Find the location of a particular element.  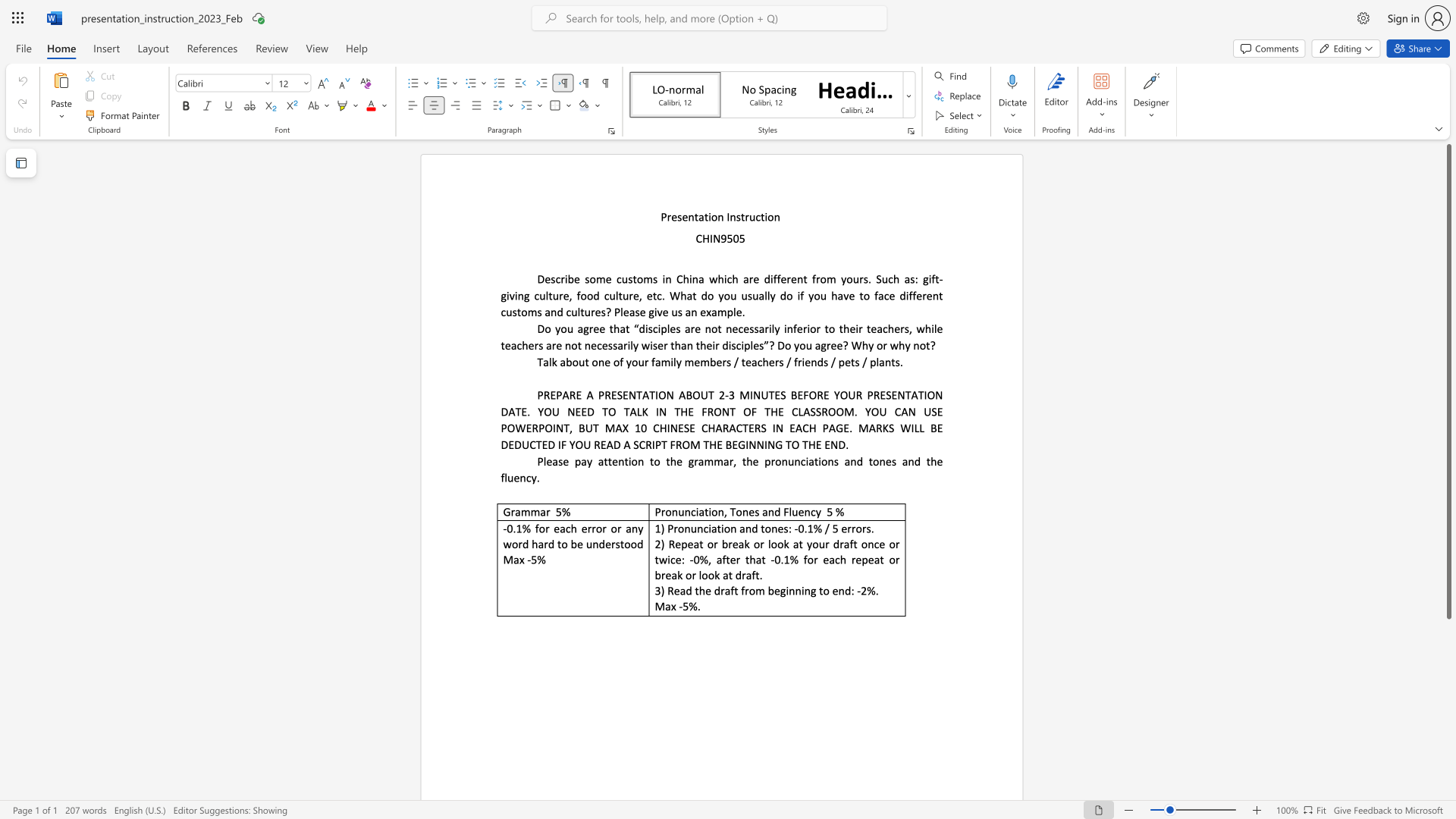

the scrollbar to move the page down is located at coordinates (1448, 751).